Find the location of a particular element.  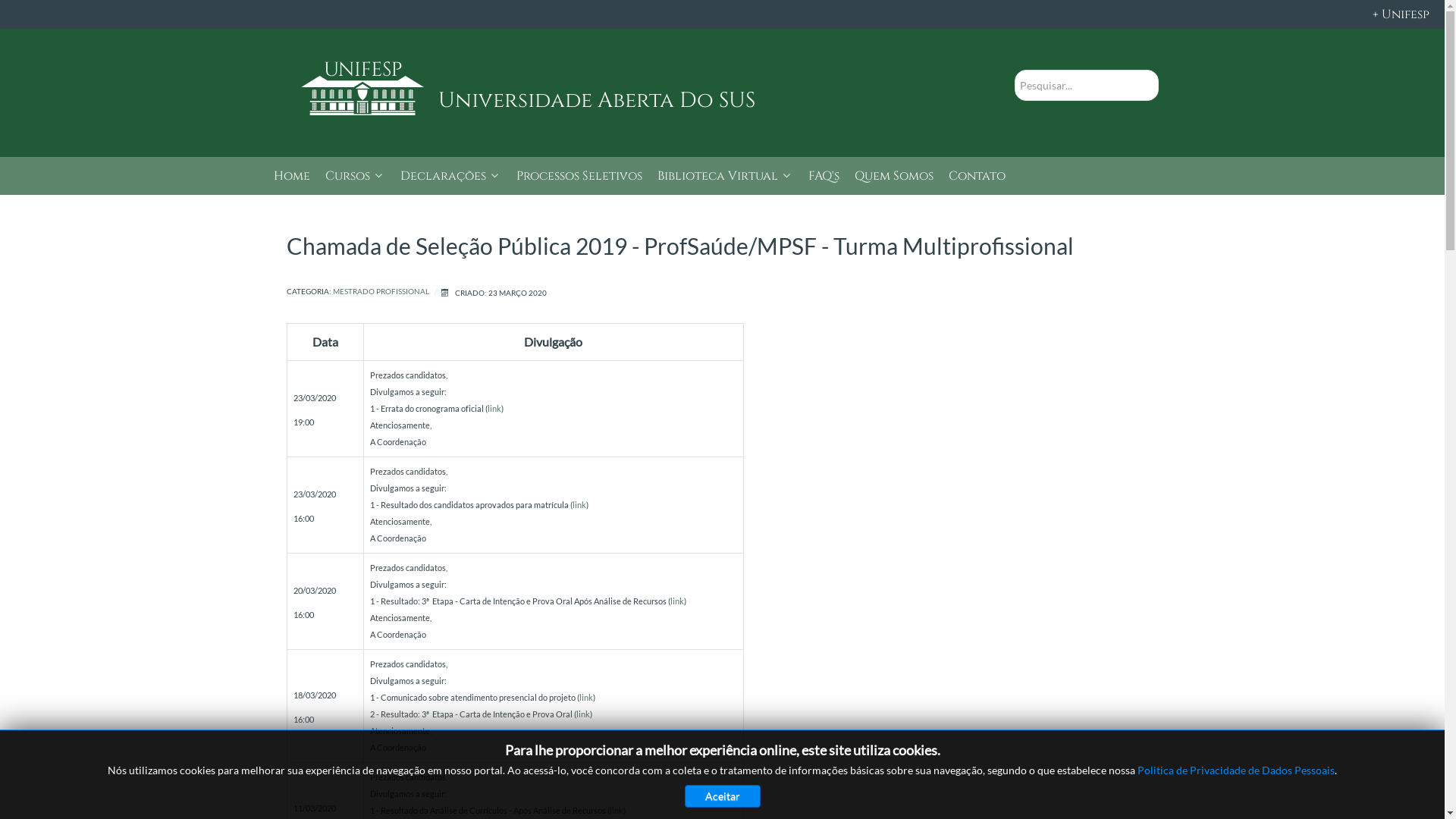

'Politica de Privacidade de Dados Pessoais' is located at coordinates (1236, 770).